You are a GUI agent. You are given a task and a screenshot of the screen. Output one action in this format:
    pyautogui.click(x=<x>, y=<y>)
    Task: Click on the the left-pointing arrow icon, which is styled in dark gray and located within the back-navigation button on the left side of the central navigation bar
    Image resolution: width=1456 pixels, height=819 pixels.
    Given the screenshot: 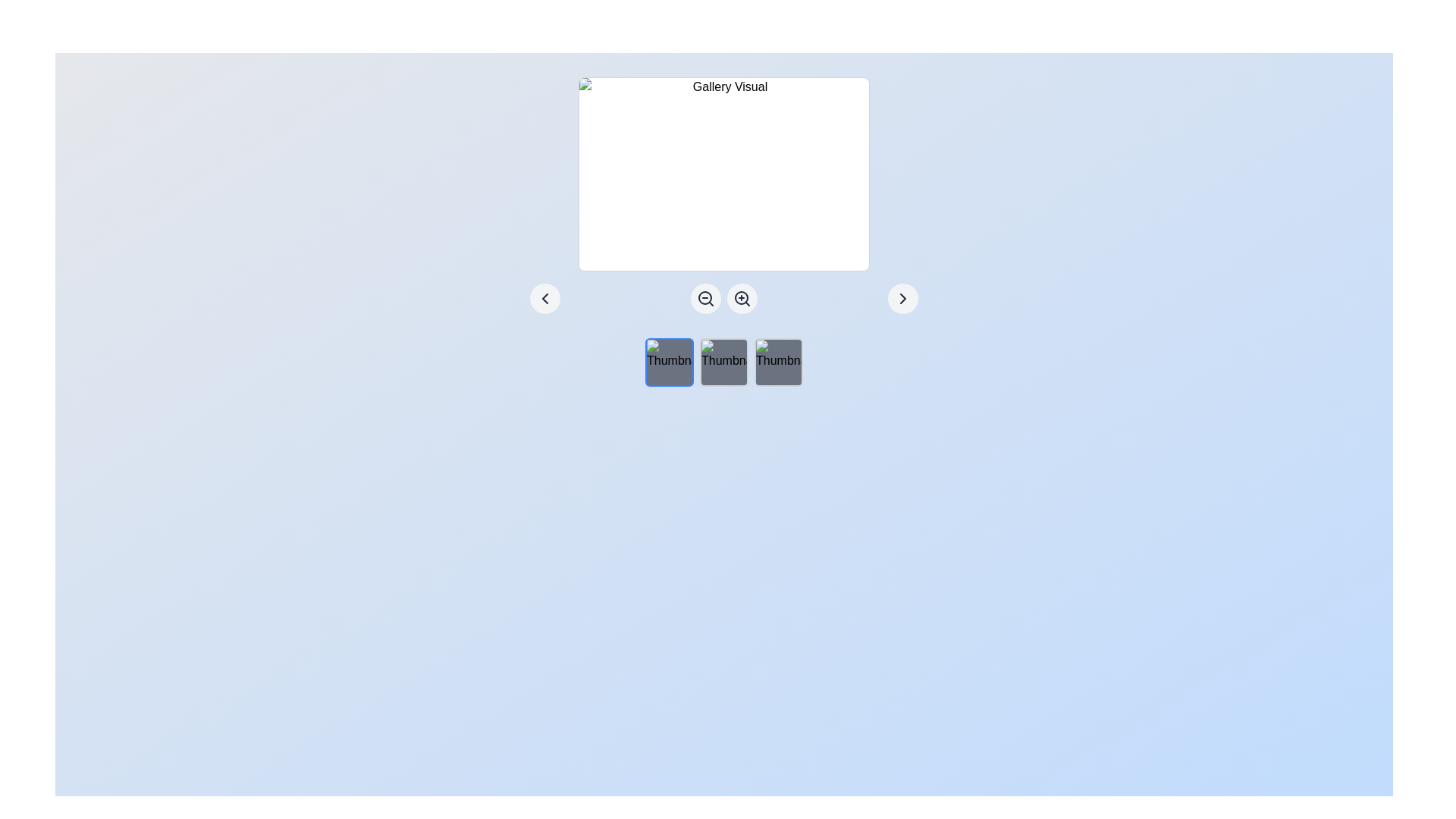 What is the action you would take?
    pyautogui.click(x=545, y=298)
    